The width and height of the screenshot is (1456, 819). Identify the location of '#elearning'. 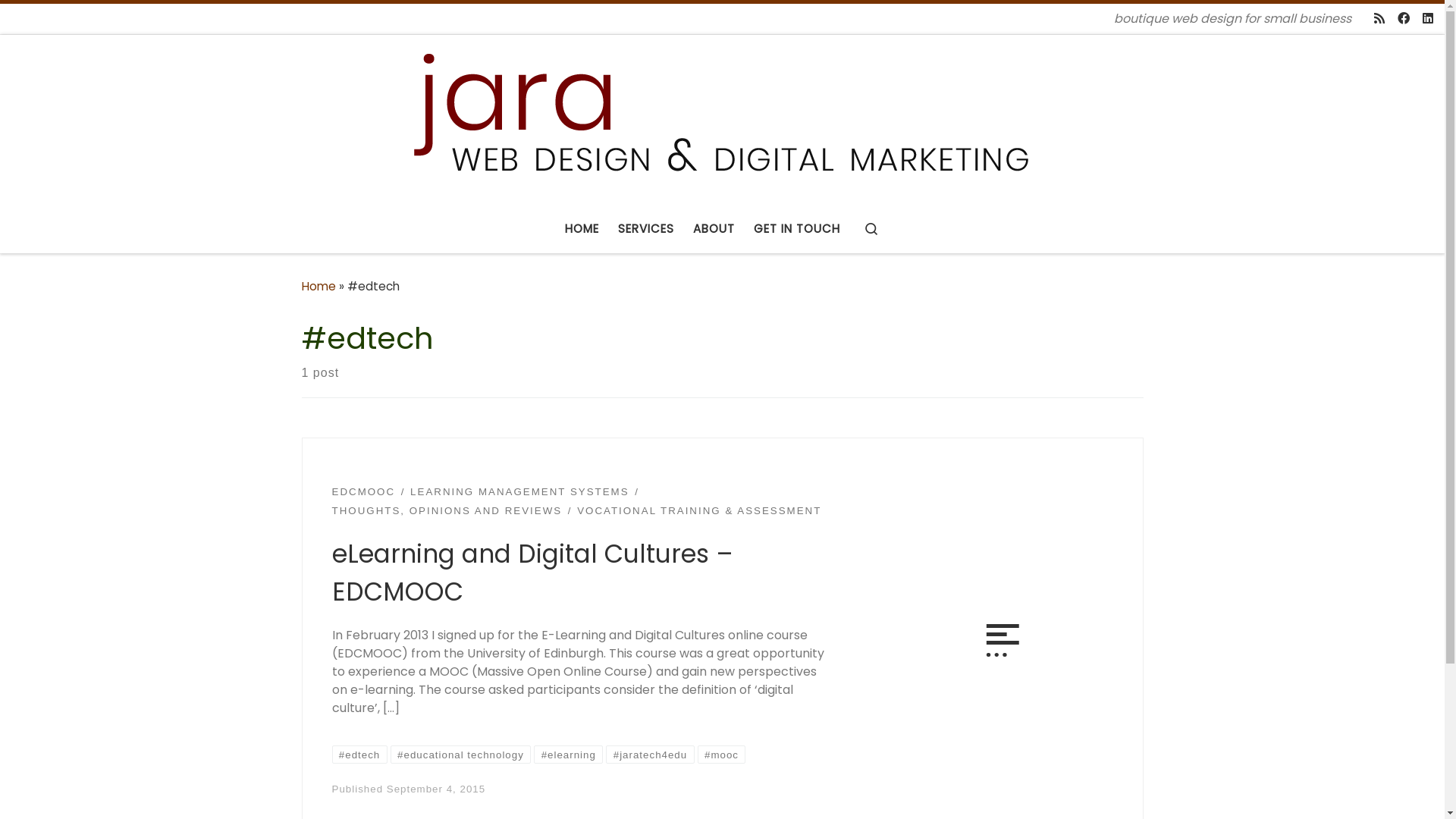
(567, 755).